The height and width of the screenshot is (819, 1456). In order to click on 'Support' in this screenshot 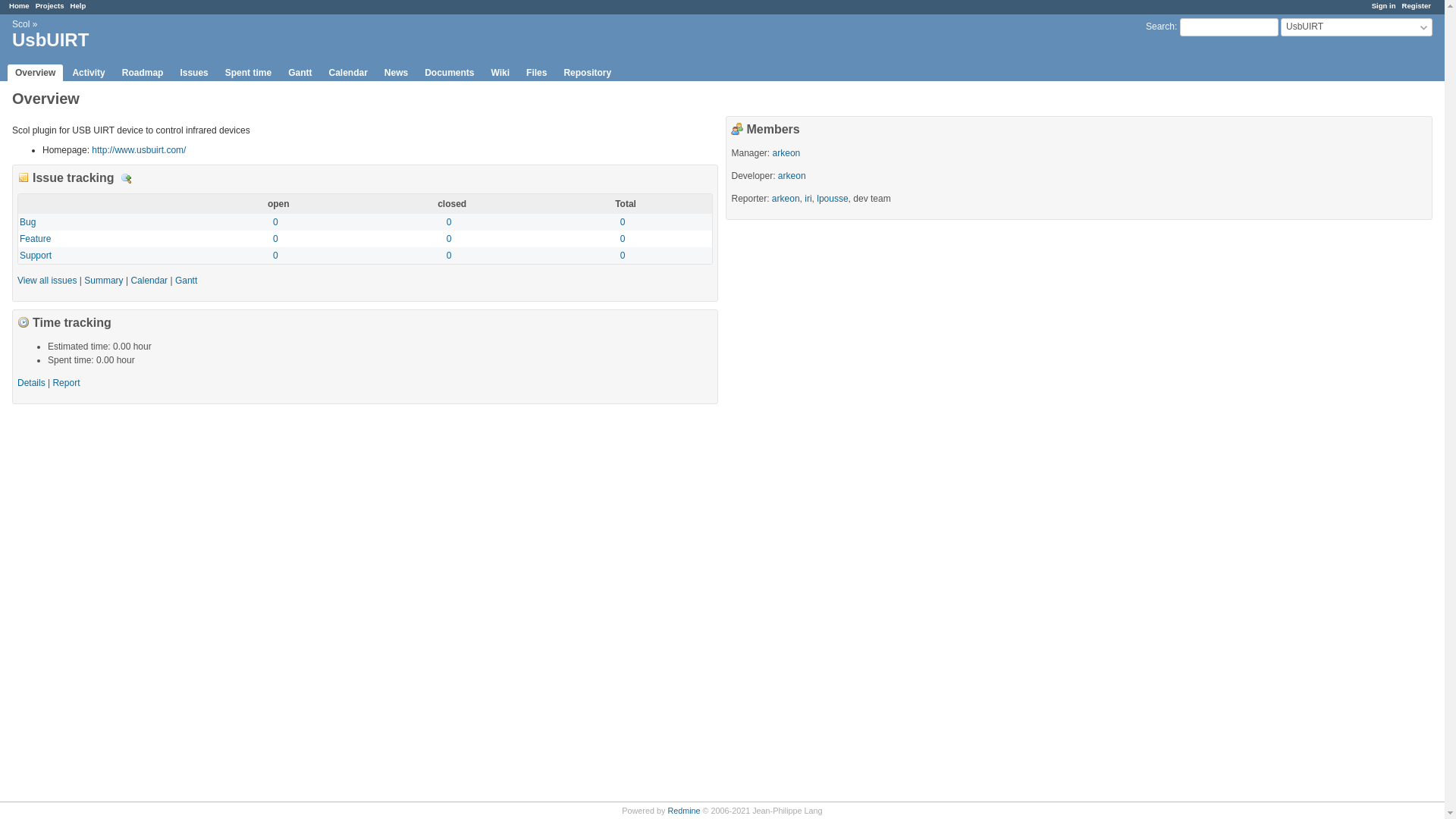, I will do `click(19, 254)`.